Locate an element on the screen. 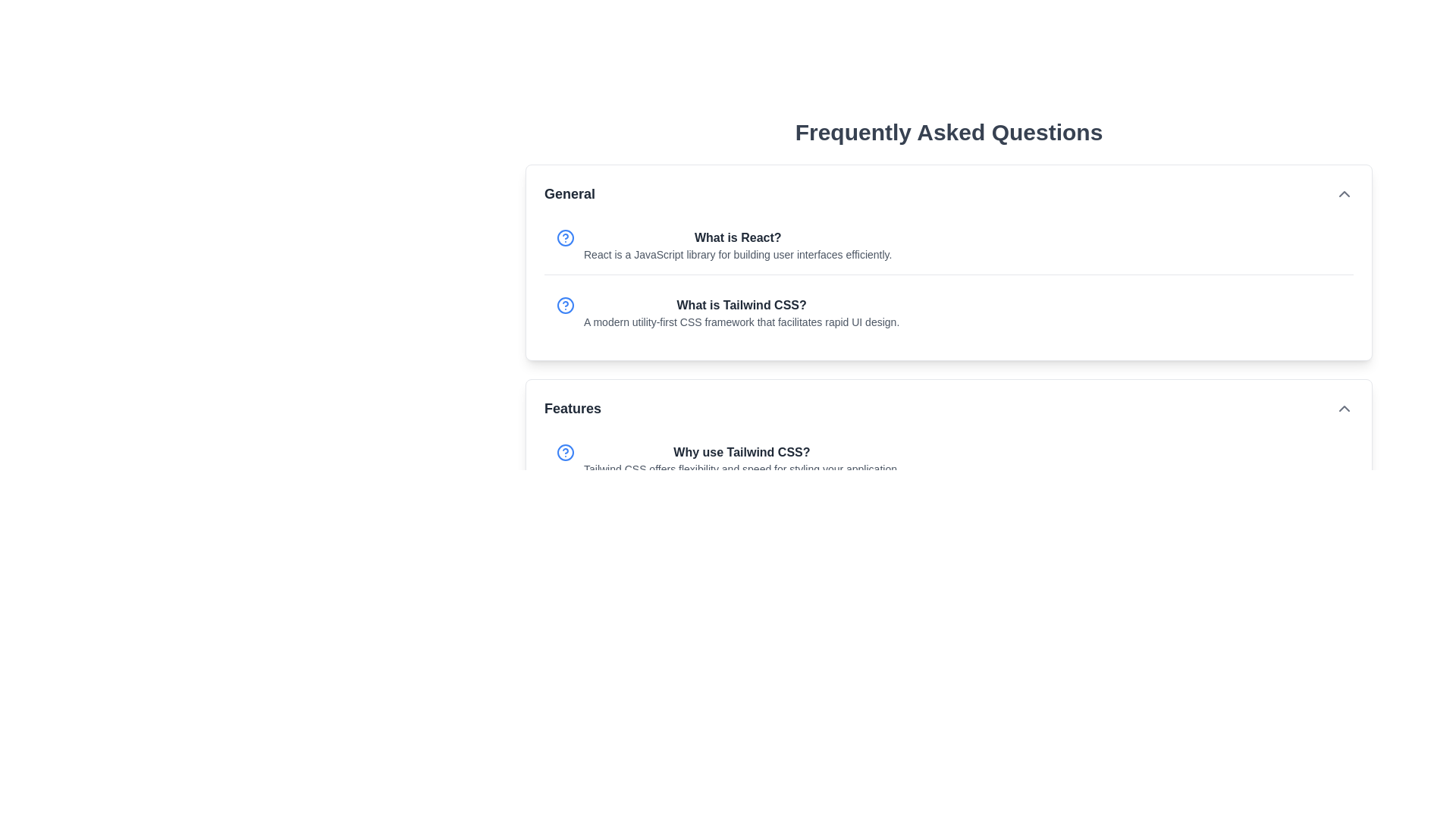 Image resolution: width=1456 pixels, height=819 pixels. the appearance of the circular SVG component located in the 'General' section next to the 'What is Tailwind CSS?' question is located at coordinates (564, 305).